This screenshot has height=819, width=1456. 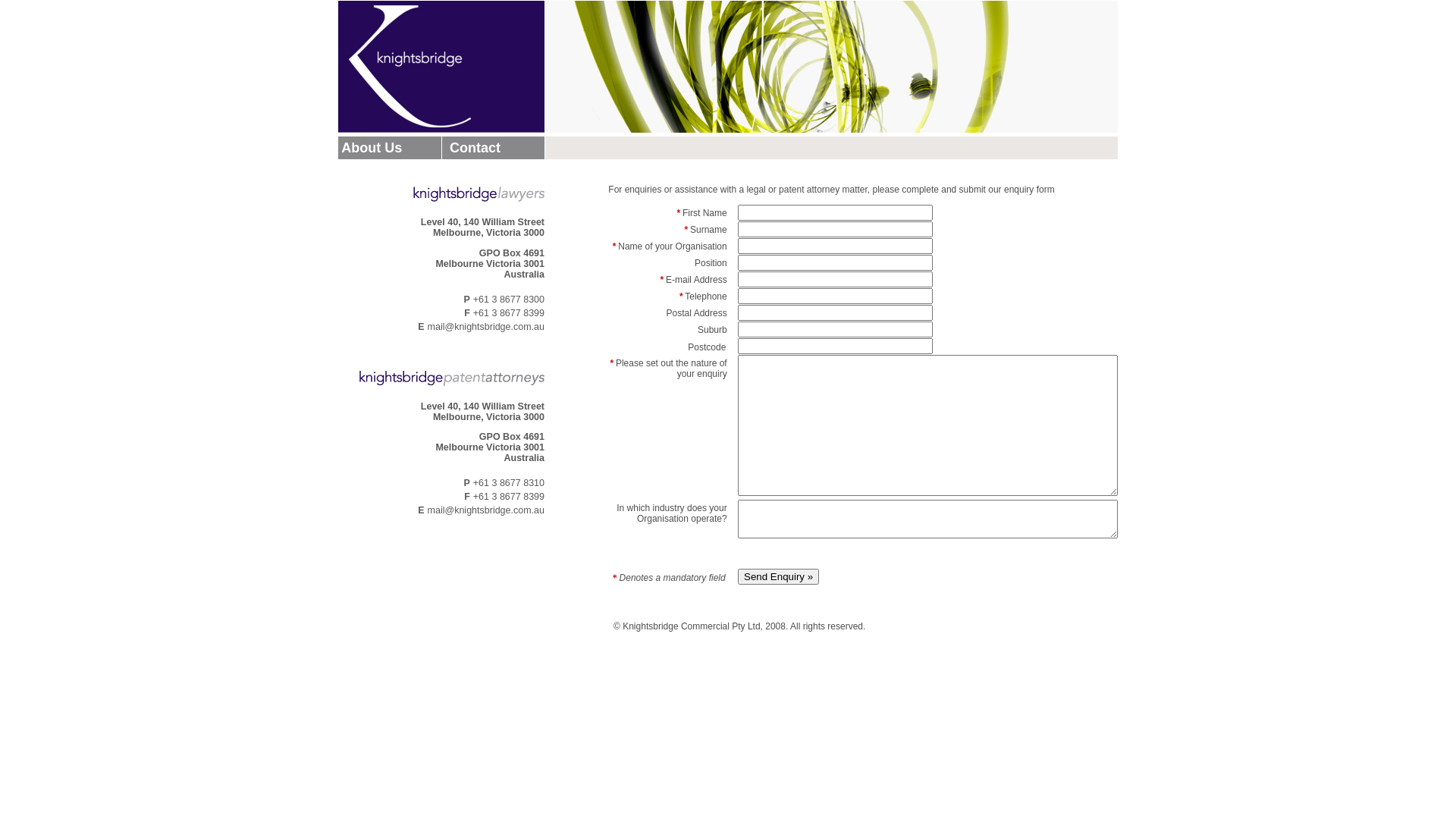 I want to click on 'Organisation Industry', so click(x=927, y=518).